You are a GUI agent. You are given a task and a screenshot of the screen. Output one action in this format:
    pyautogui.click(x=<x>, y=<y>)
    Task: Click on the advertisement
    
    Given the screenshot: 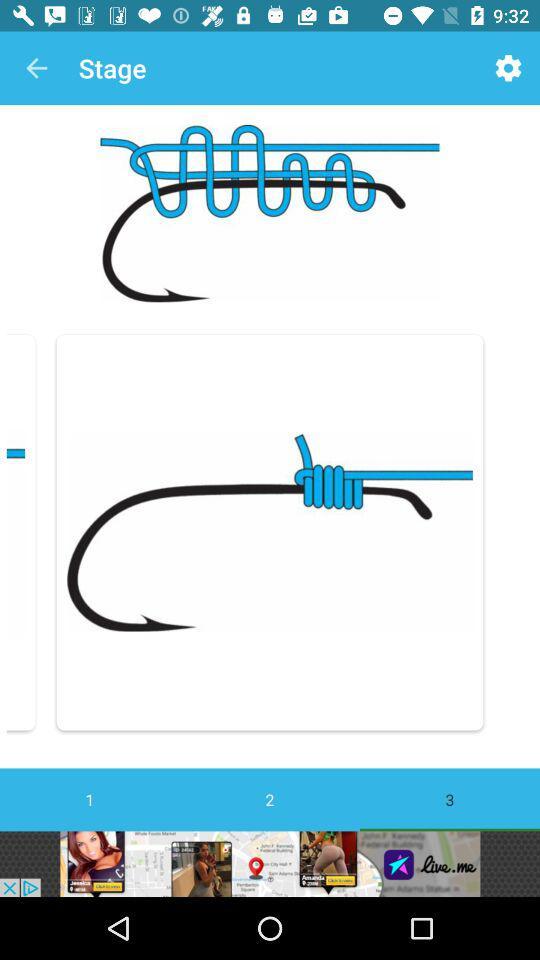 What is the action you would take?
    pyautogui.click(x=270, y=863)
    